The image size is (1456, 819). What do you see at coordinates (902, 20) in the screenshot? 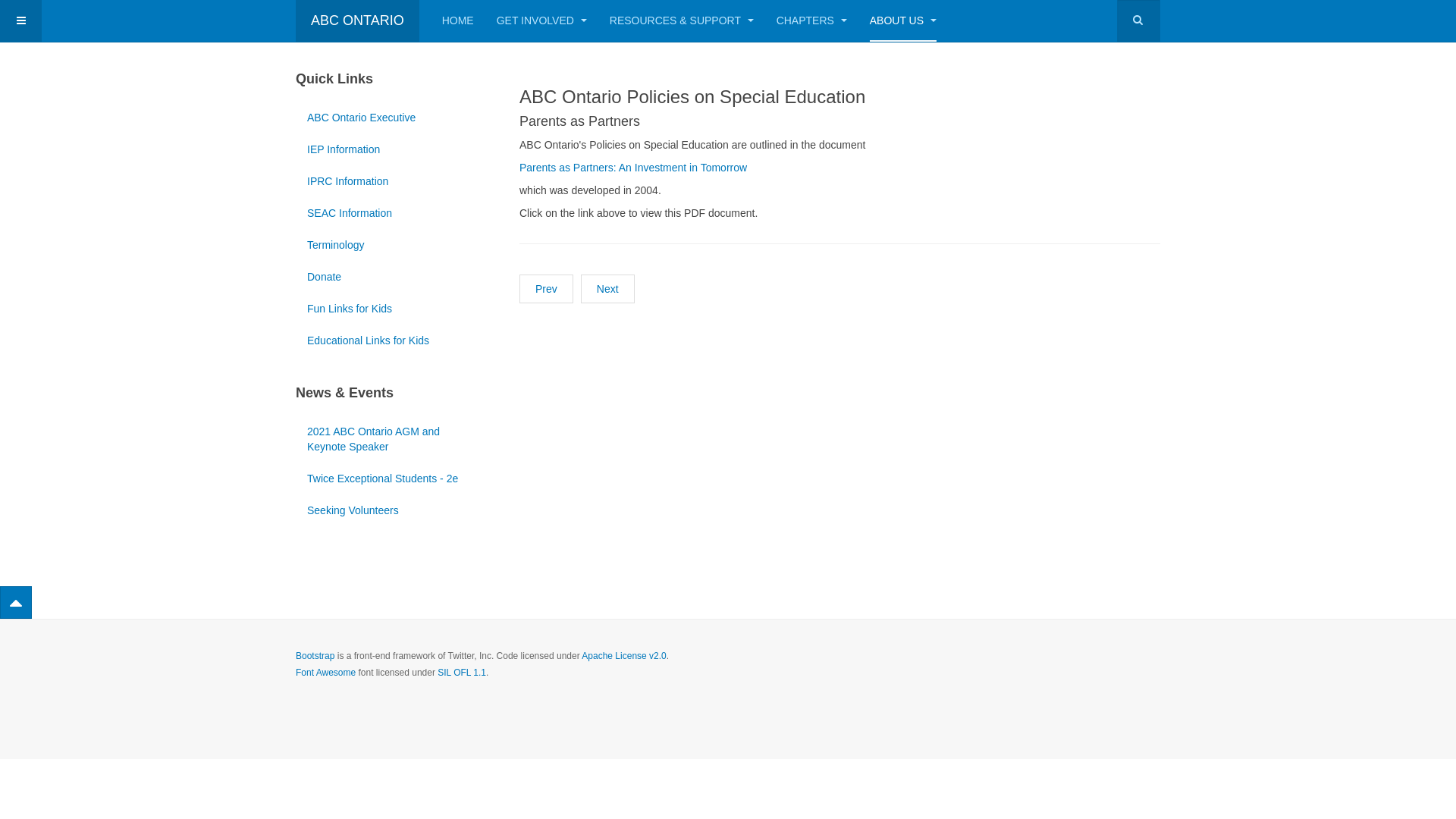
I see `'ABOUT US'` at bounding box center [902, 20].